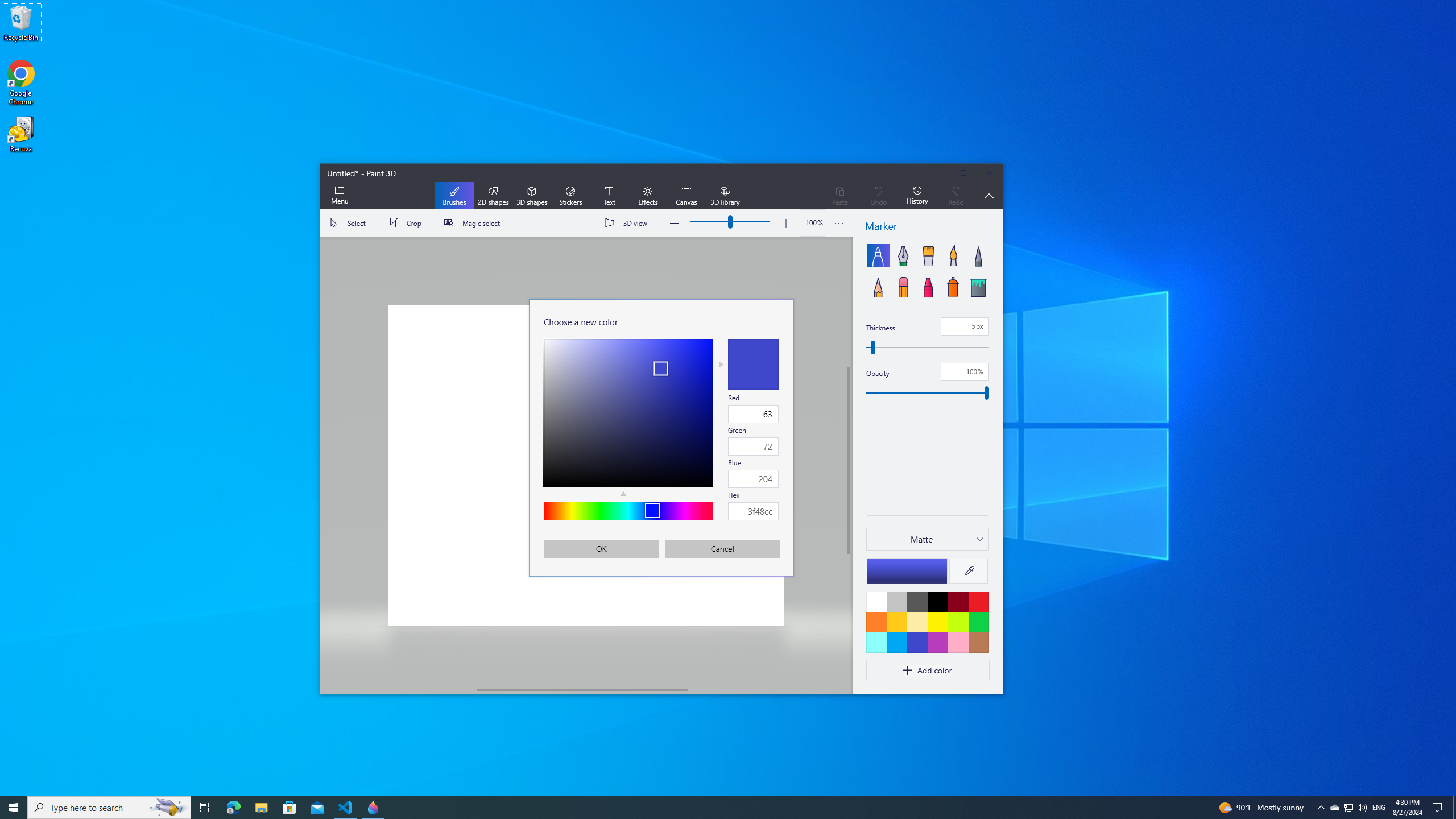 This screenshot has height=819, width=1456. What do you see at coordinates (1379, 806) in the screenshot?
I see `'Tray Input Indicator - English (United States)'` at bounding box center [1379, 806].